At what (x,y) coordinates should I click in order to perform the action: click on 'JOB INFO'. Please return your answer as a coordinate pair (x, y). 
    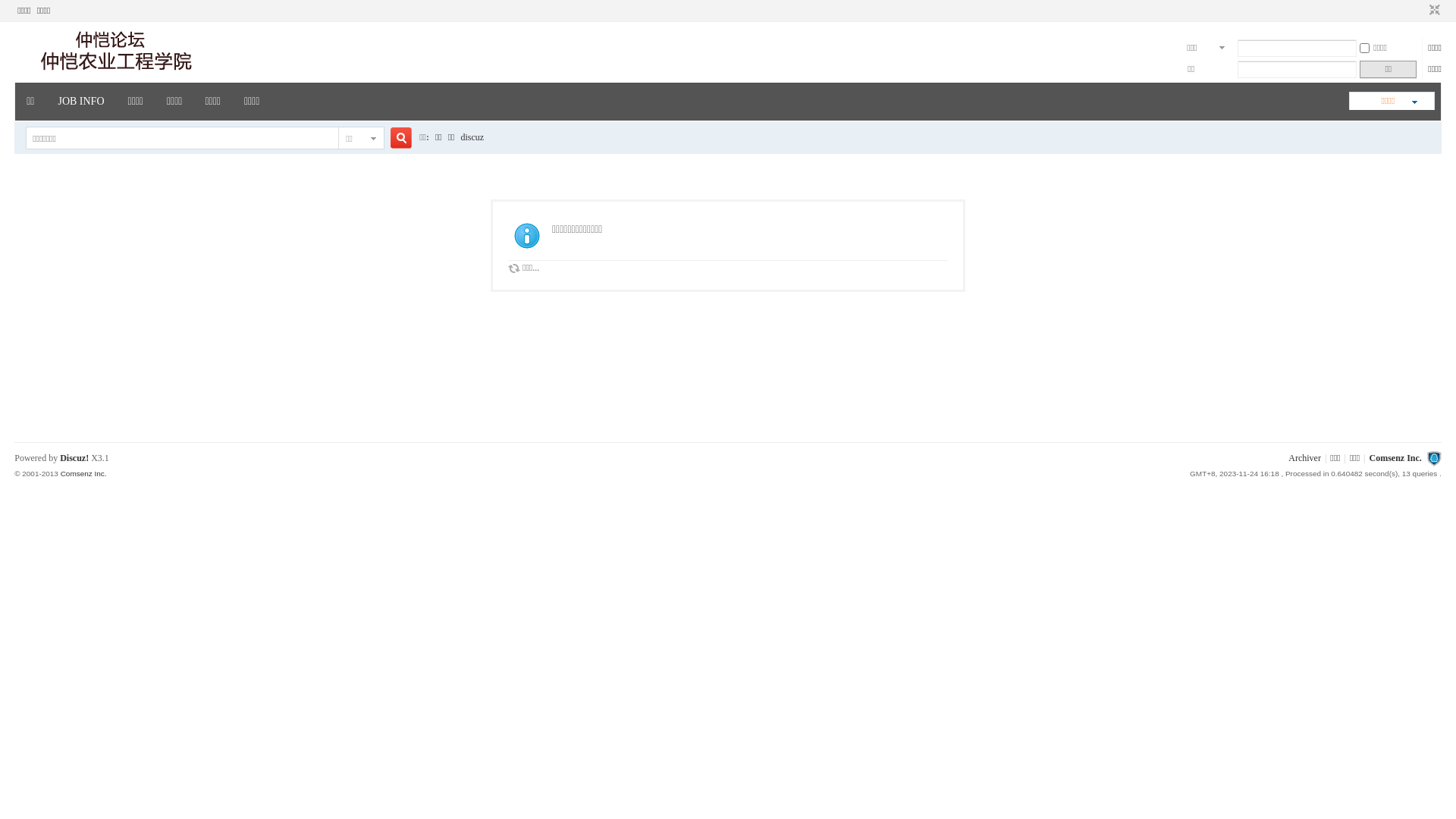
    Looking at the image, I should click on (80, 95).